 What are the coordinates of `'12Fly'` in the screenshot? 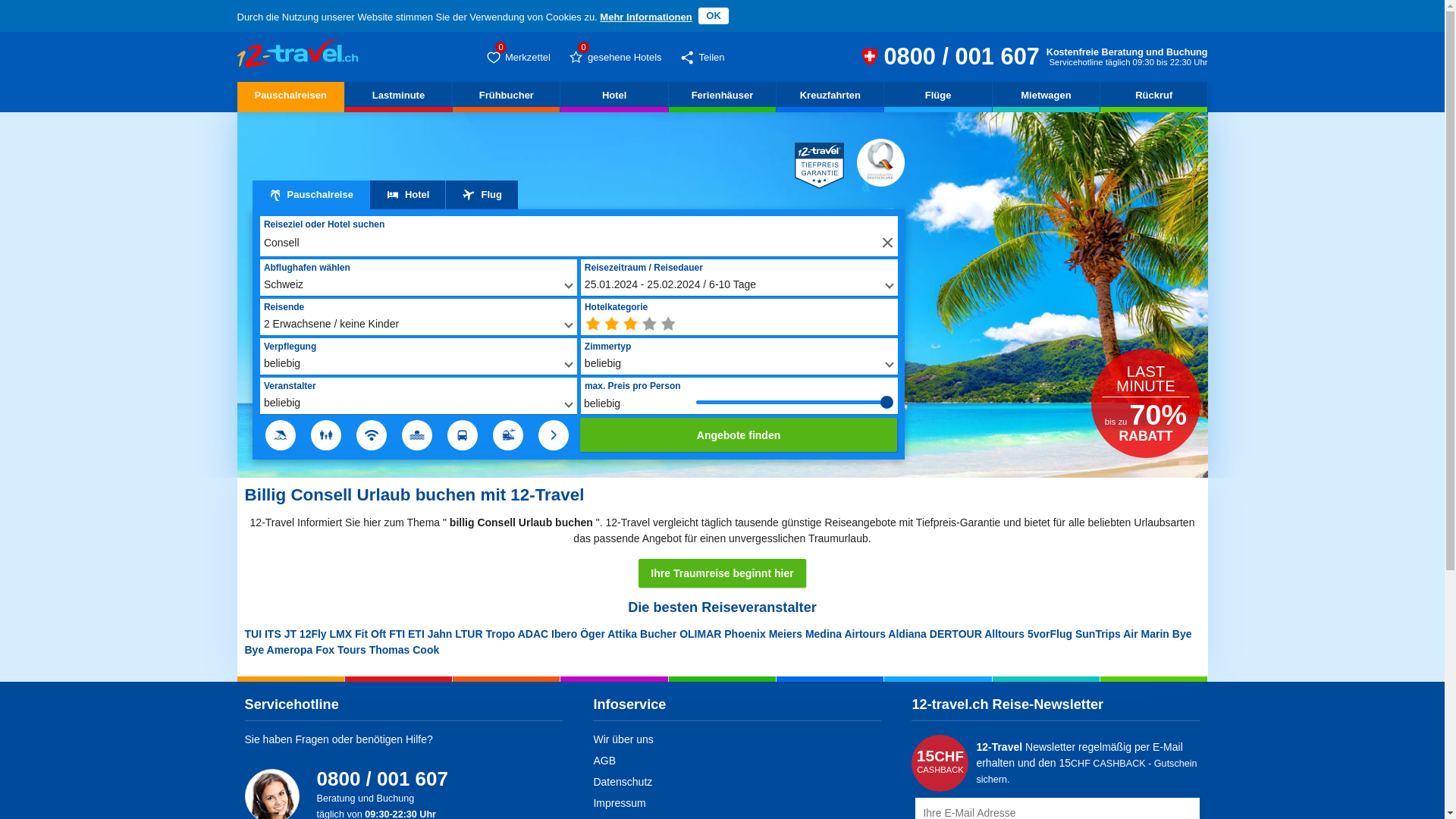 It's located at (312, 634).